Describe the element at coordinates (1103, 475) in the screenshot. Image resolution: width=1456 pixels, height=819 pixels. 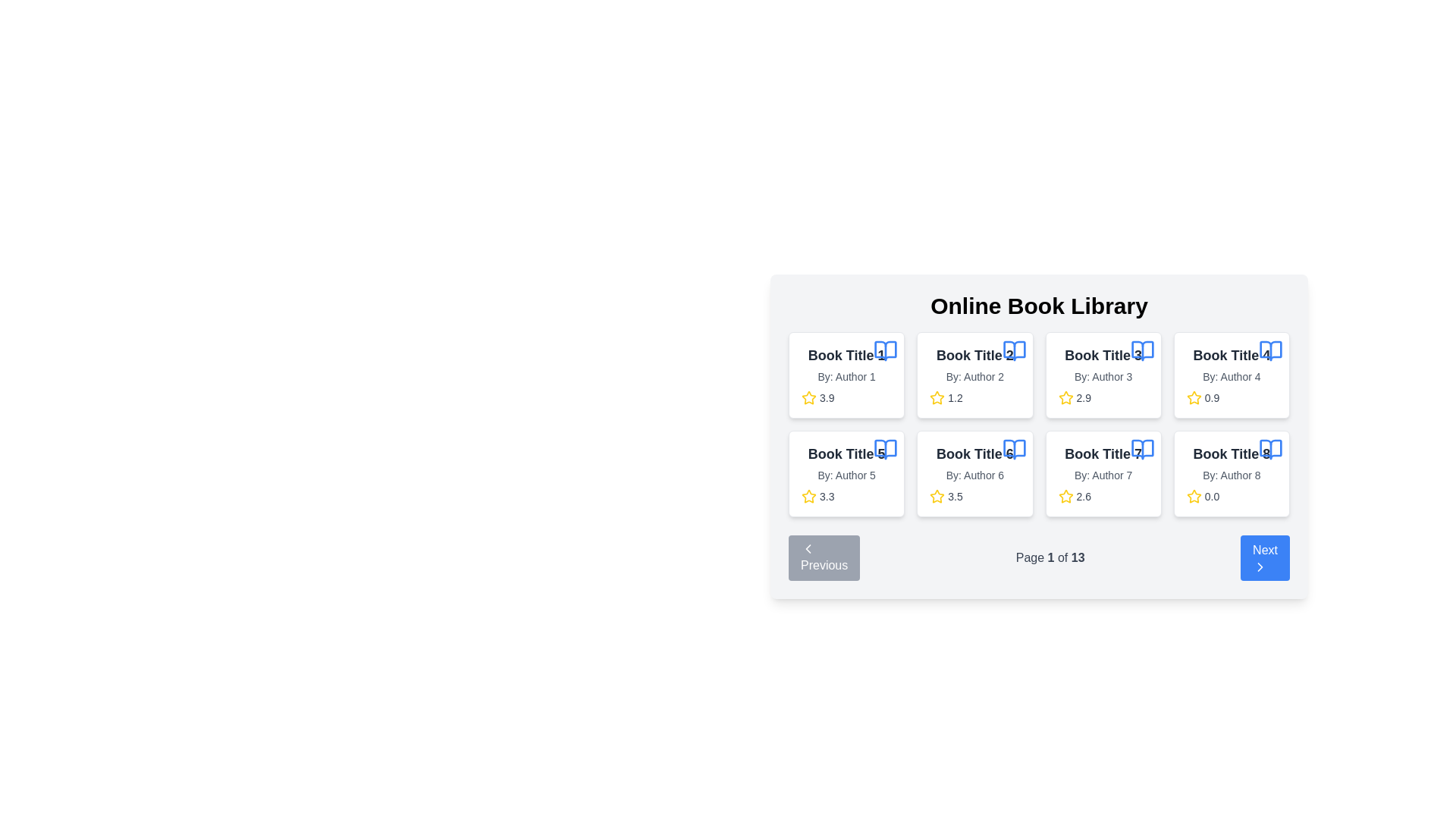
I see `the text label identifying the author of the book, located in the second card from the left in the bottom row under 'Online Book Library.'` at that location.